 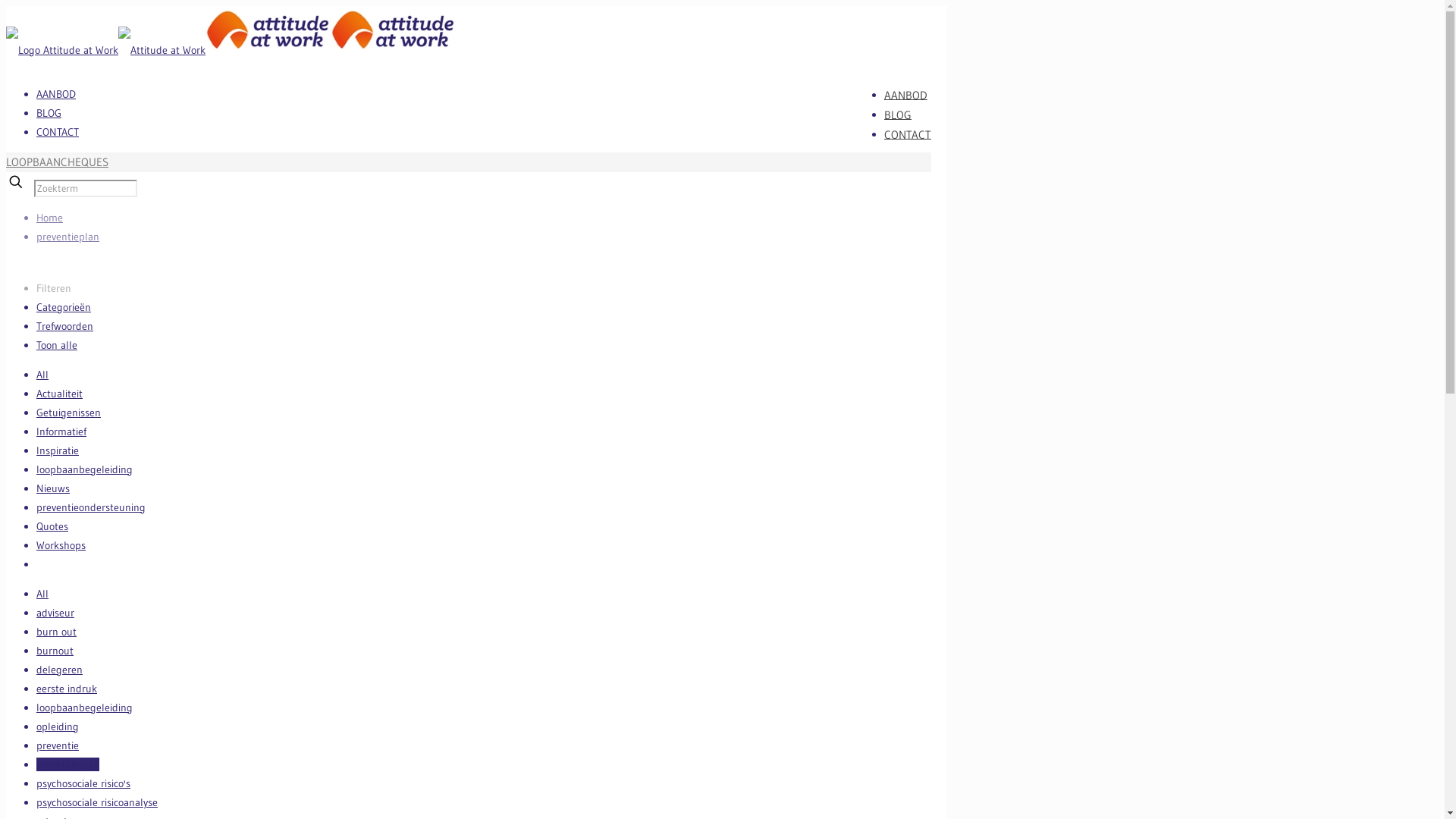 What do you see at coordinates (57, 345) in the screenshot?
I see `'Toon alle'` at bounding box center [57, 345].